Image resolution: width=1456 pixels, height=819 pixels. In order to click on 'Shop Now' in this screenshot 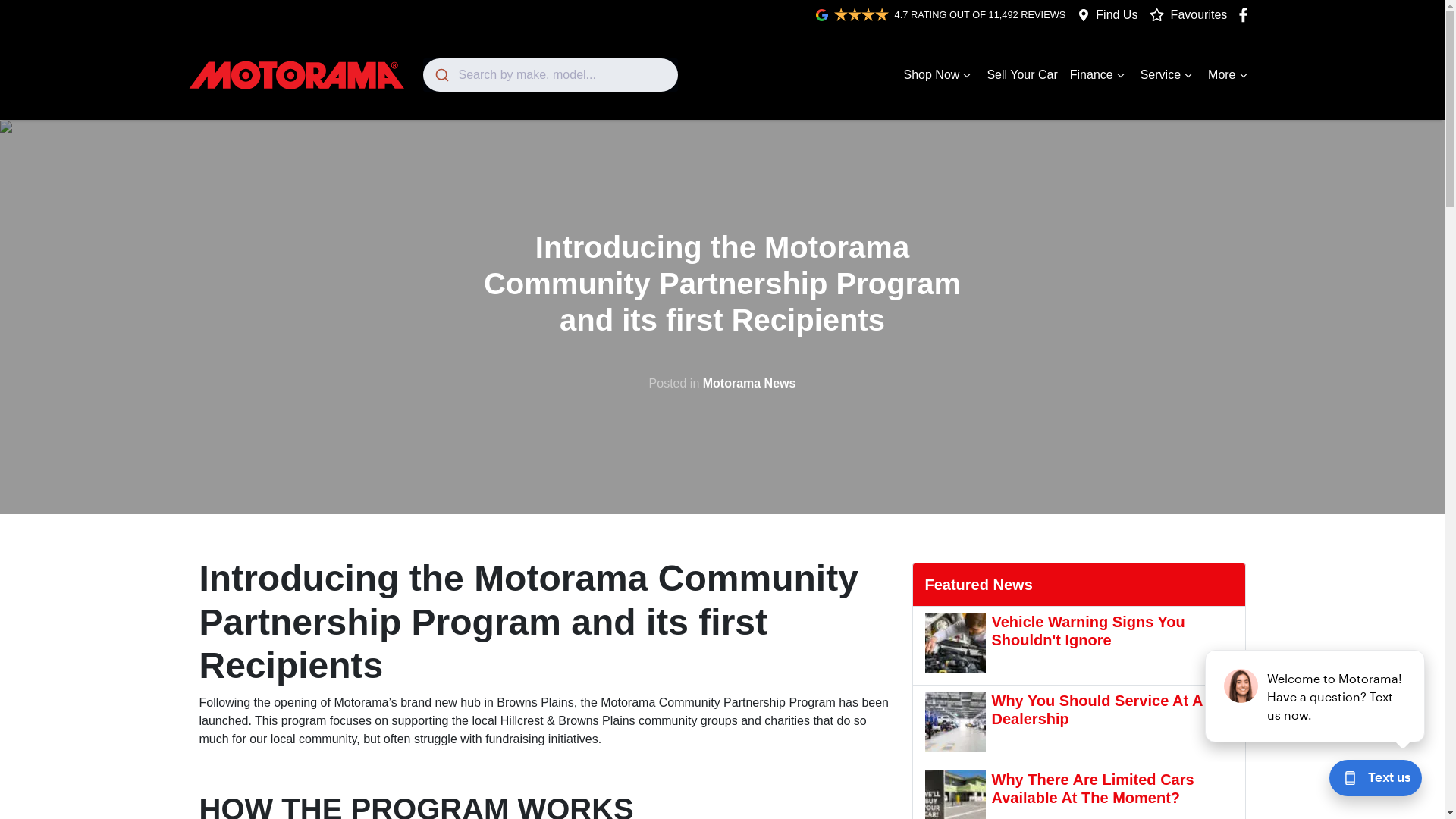, I will do `click(898, 75)`.